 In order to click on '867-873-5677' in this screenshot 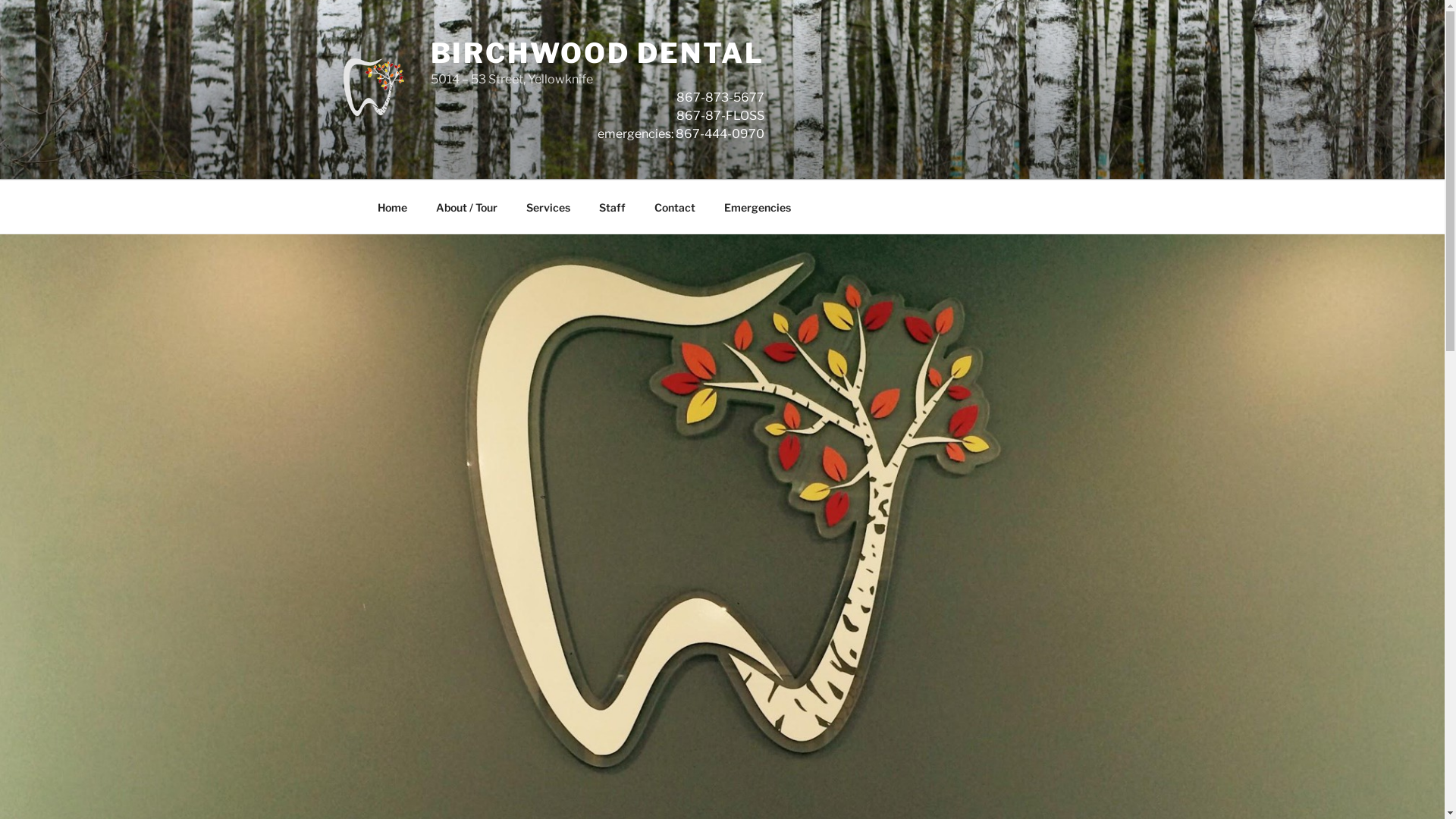, I will do `click(720, 97)`.